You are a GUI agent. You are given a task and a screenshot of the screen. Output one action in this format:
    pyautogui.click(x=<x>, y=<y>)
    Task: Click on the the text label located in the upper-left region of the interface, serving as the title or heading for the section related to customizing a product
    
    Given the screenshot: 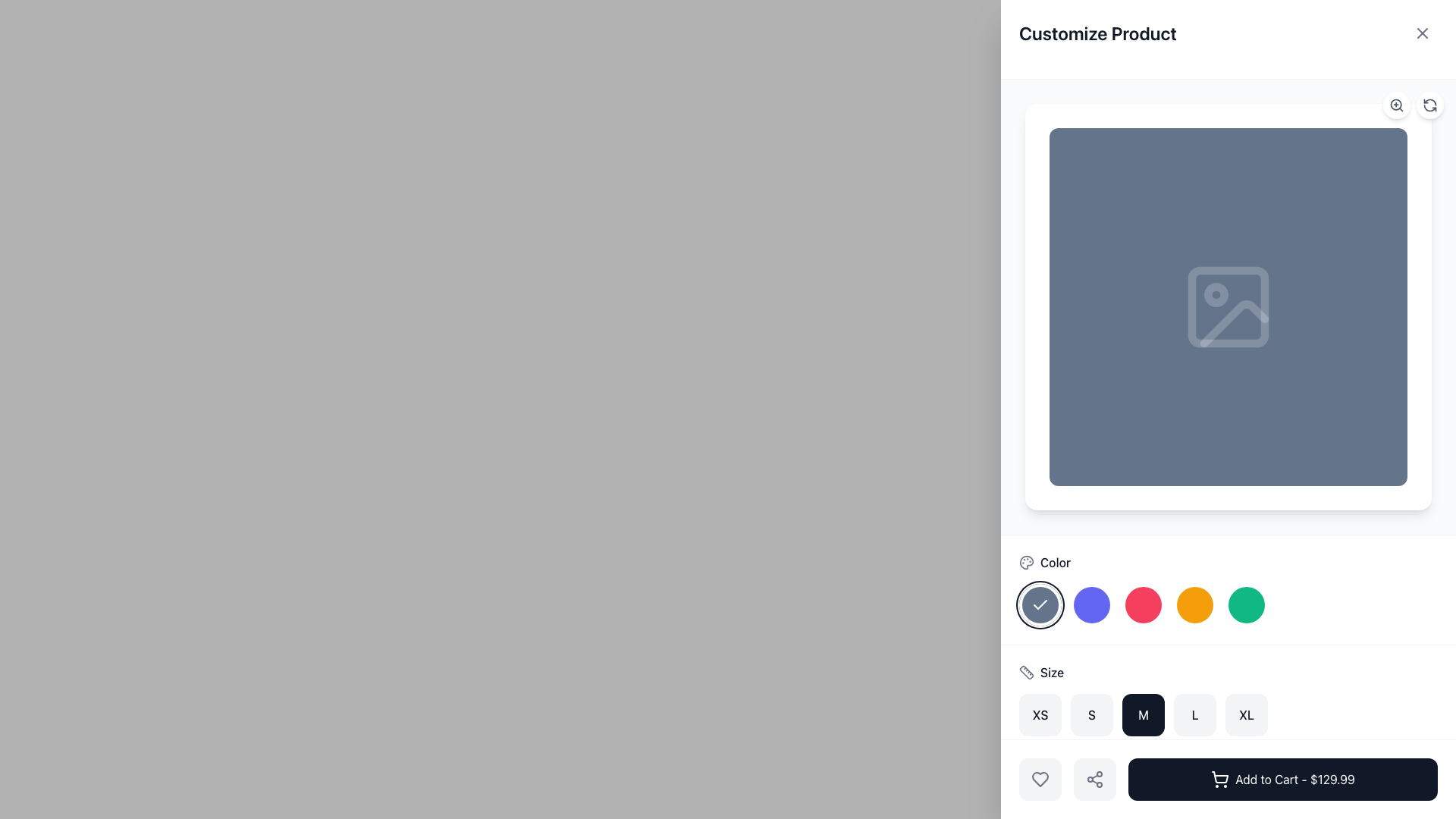 What is the action you would take?
    pyautogui.click(x=1097, y=33)
    